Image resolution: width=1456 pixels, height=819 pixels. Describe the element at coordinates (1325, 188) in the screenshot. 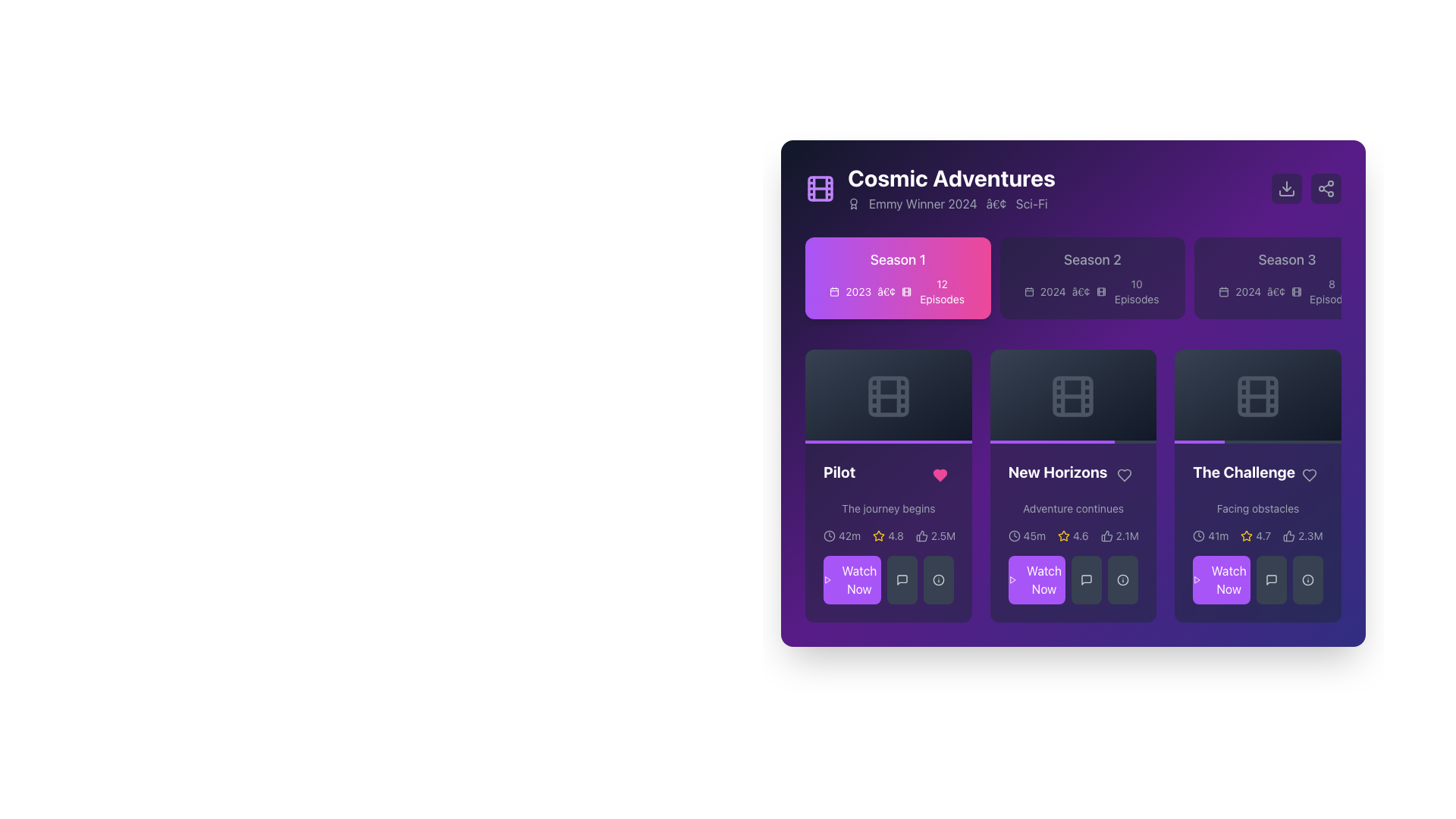

I see `the share icon button located in the top-right corner of the interface, which is a rounded rectangle button with a gray background` at that location.